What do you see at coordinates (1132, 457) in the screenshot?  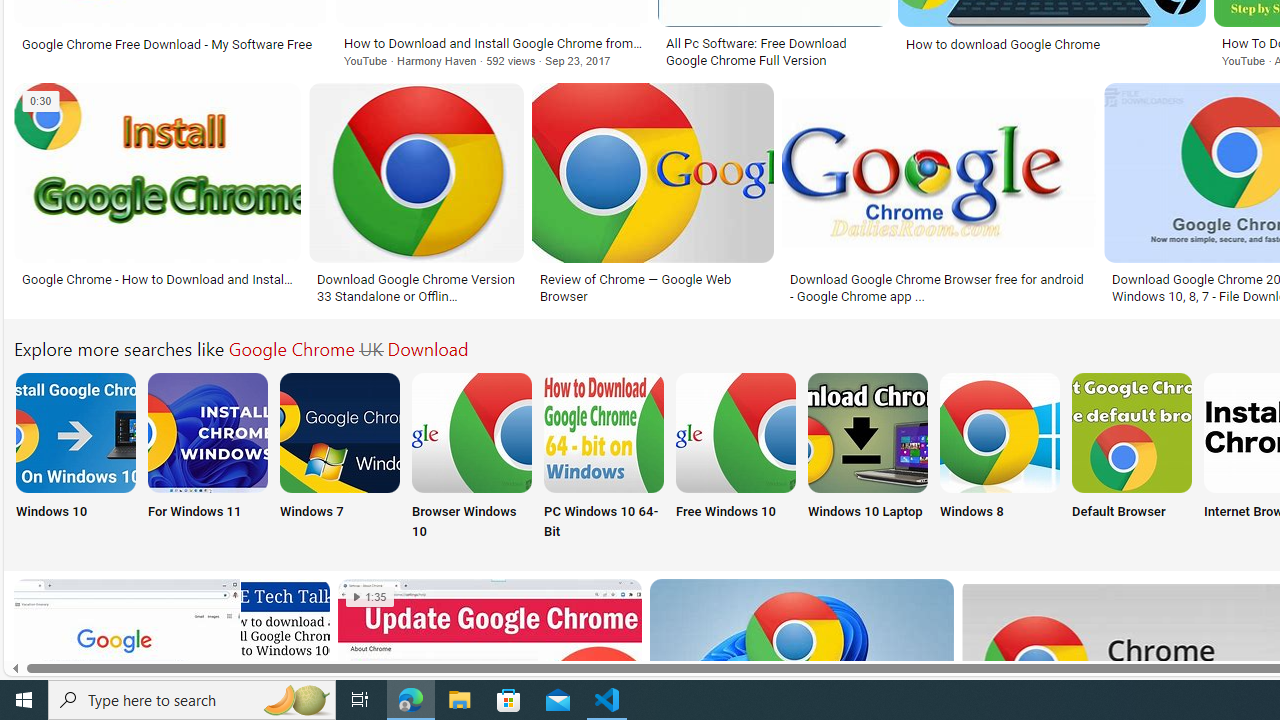 I see `'Default Browser'` at bounding box center [1132, 457].